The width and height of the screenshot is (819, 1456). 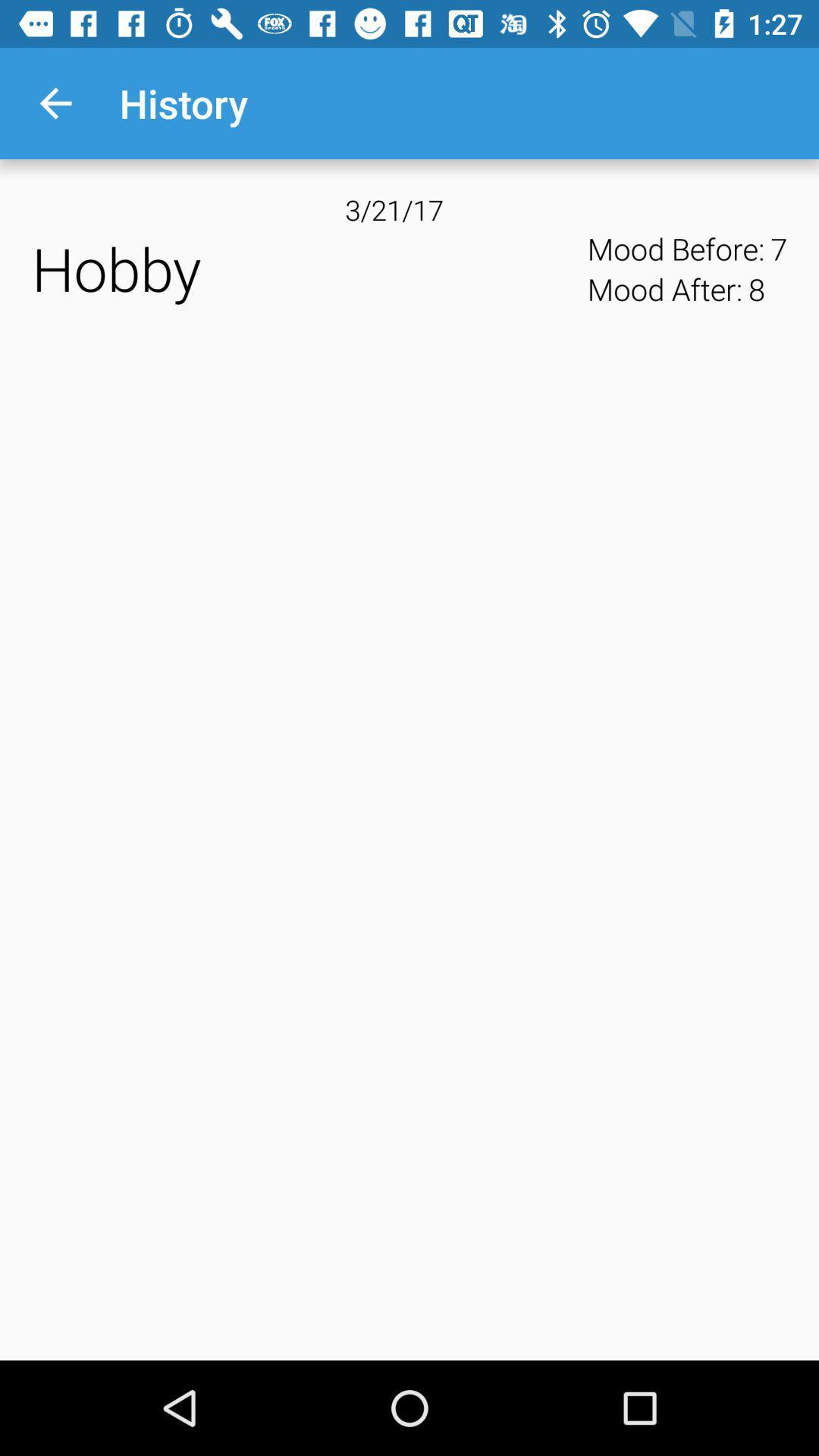 I want to click on 7 item, so click(x=779, y=249).